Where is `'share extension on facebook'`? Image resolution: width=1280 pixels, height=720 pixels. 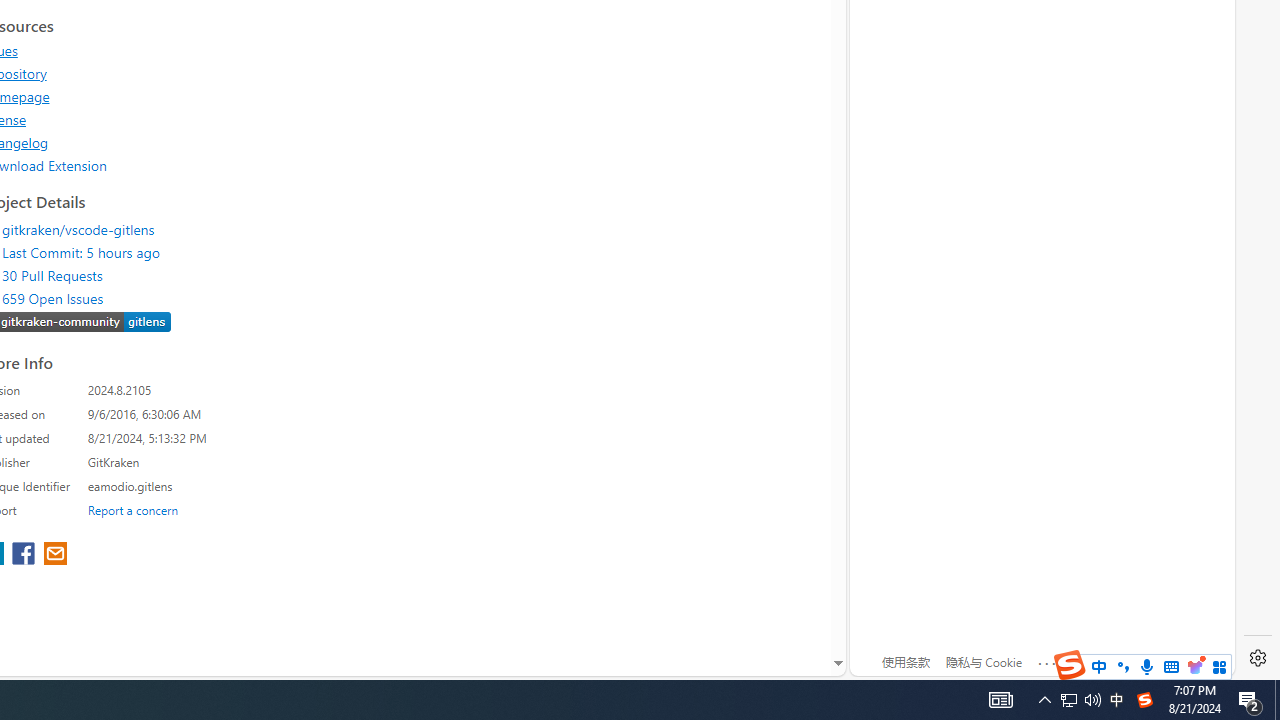 'share extension on facebook' is located at coordinates (26, 555).